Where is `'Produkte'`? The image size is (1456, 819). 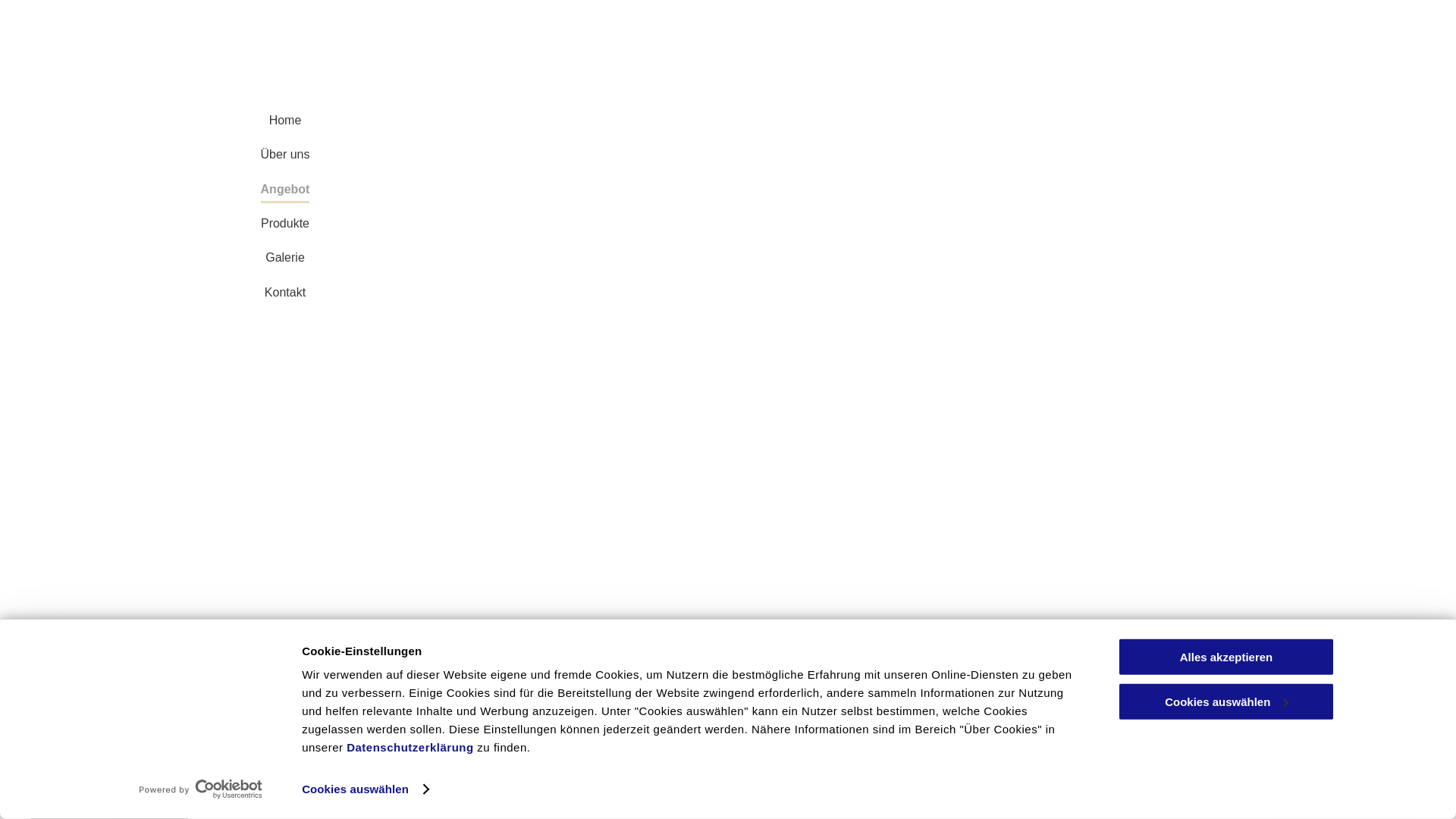 'Produkte' is located at coordinates (756, 725).